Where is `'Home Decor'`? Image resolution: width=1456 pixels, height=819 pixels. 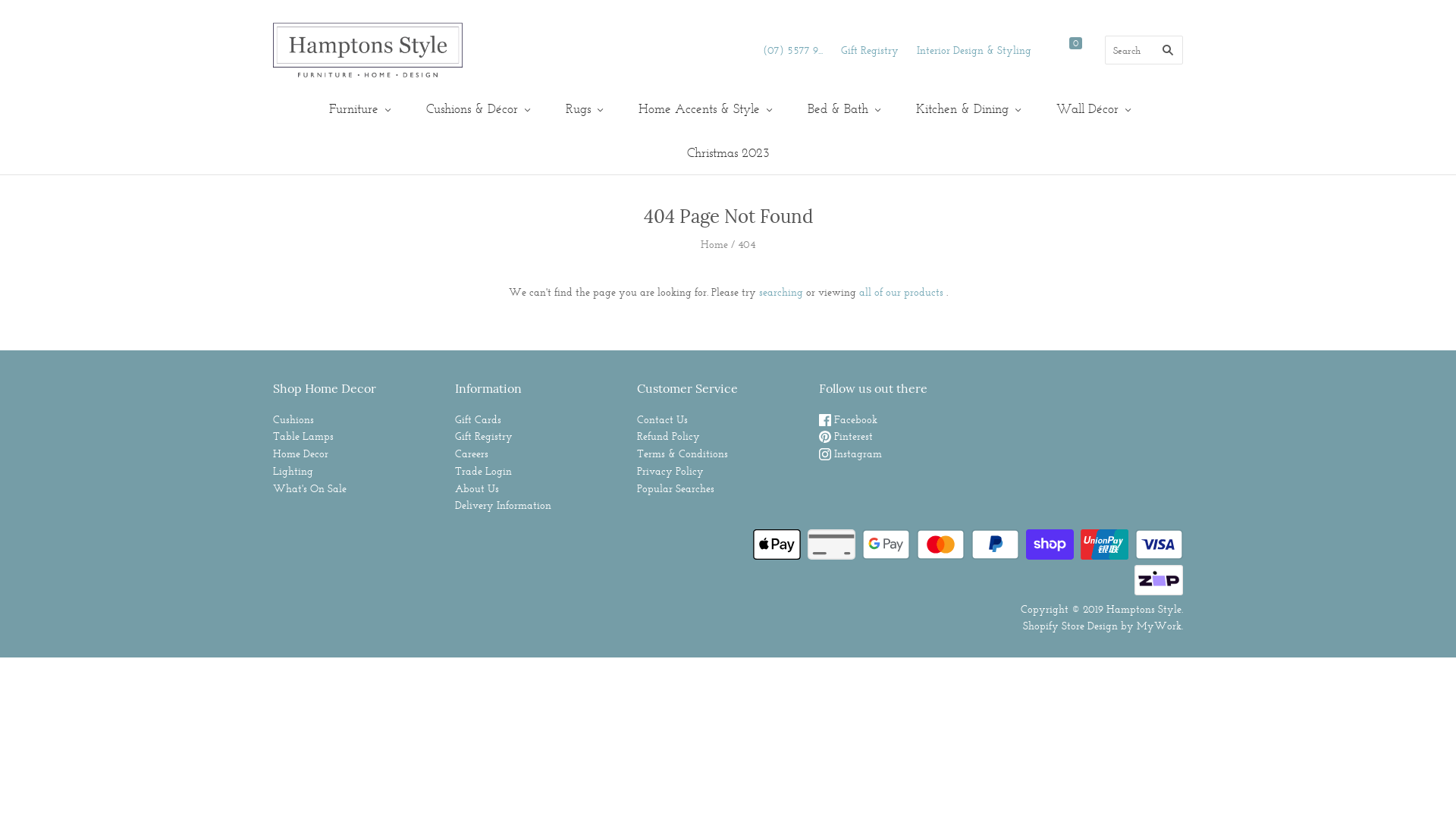
'Home Decor' is located at coordinates (300, 452).